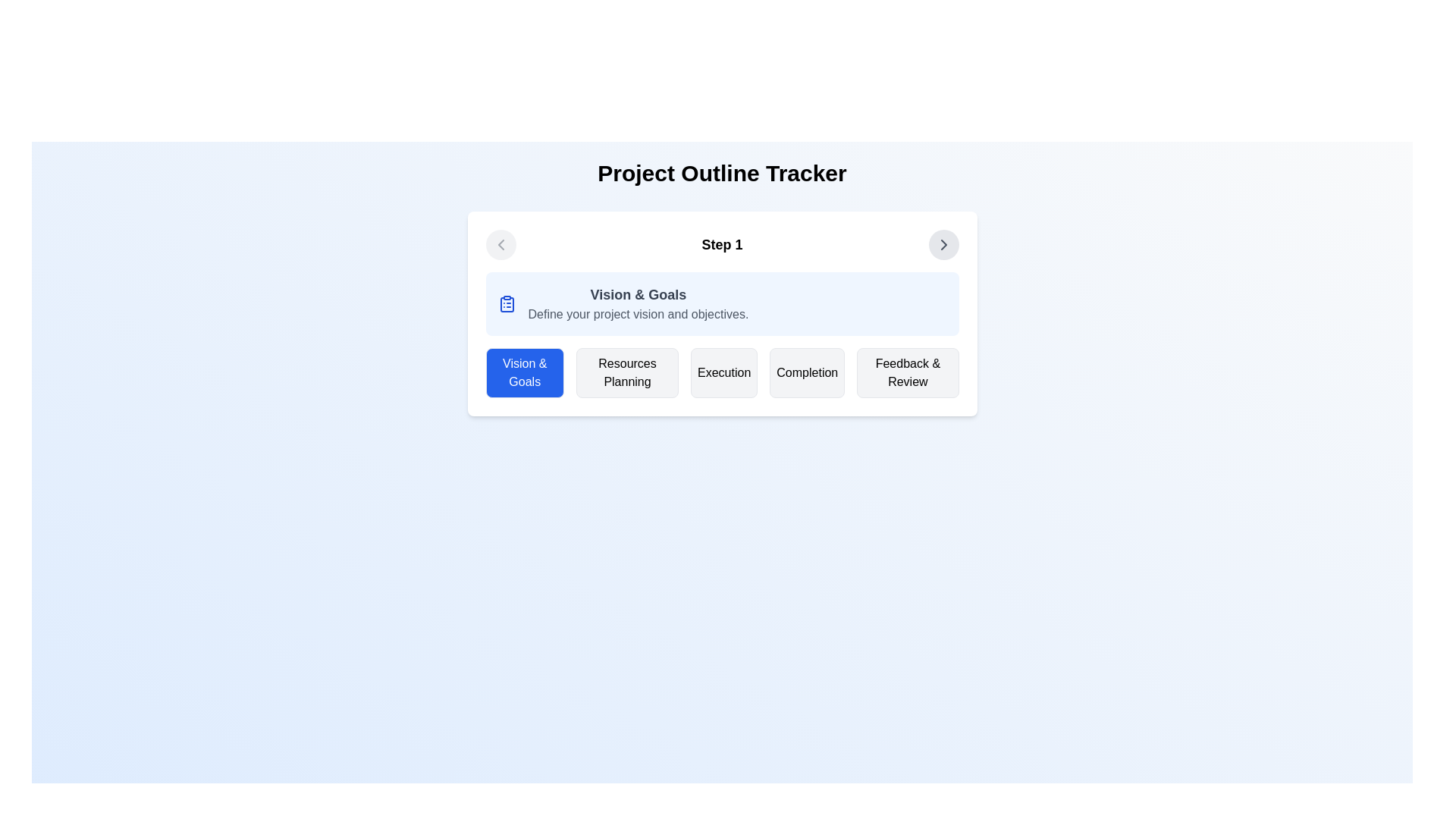 The width and height of the screenshot is (1456, 819). What do you see at coordinates (500, 244) in the screenshot?
I see `the circular button with a light gray background and a left-pointing chevron icon` at bounding box center [500, 244].